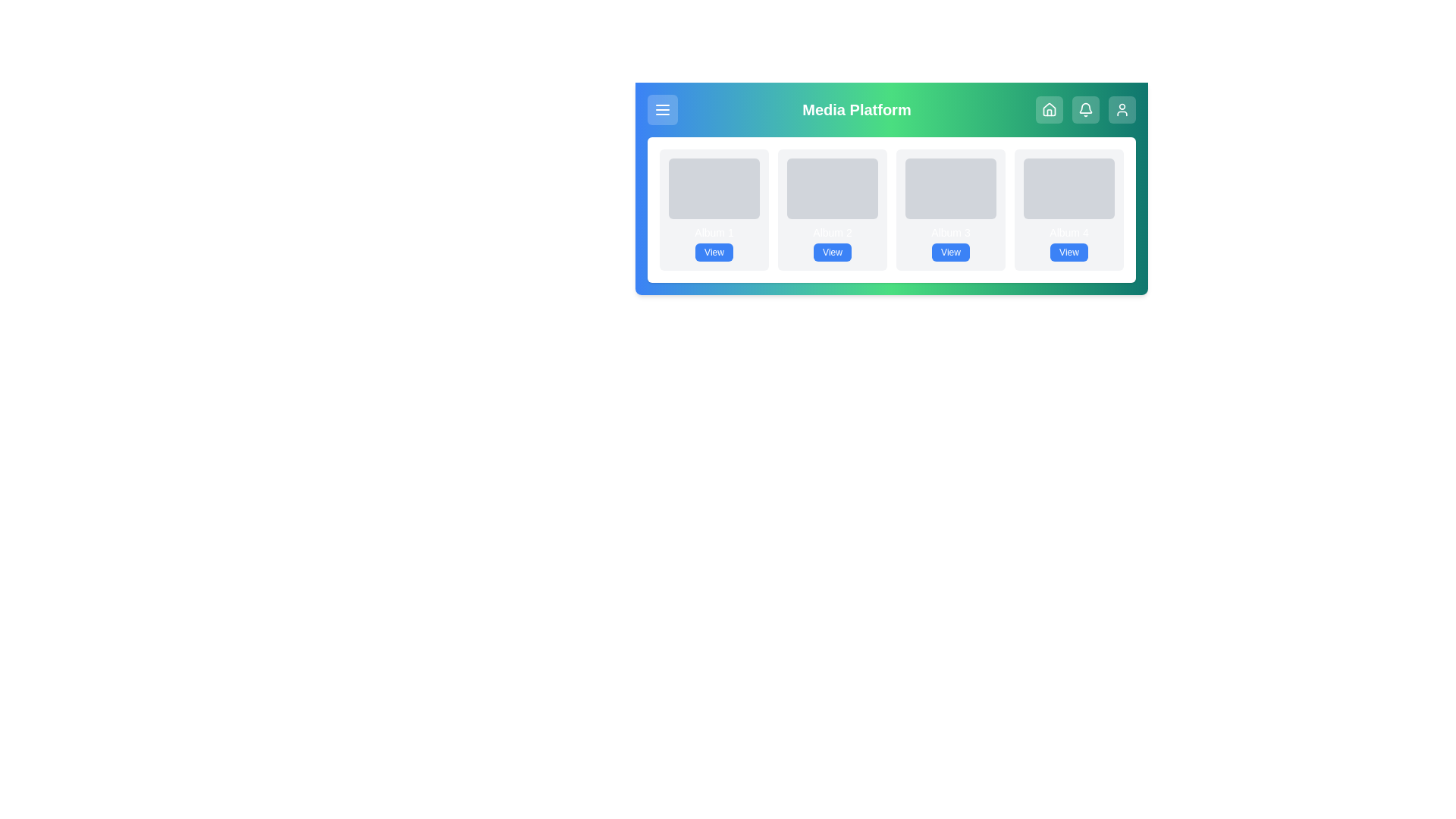 The image size is (1456, 819). Describe the element at coordinates (713, 251) in the screenshot. I see `the 'View' button for album 1` at that location.